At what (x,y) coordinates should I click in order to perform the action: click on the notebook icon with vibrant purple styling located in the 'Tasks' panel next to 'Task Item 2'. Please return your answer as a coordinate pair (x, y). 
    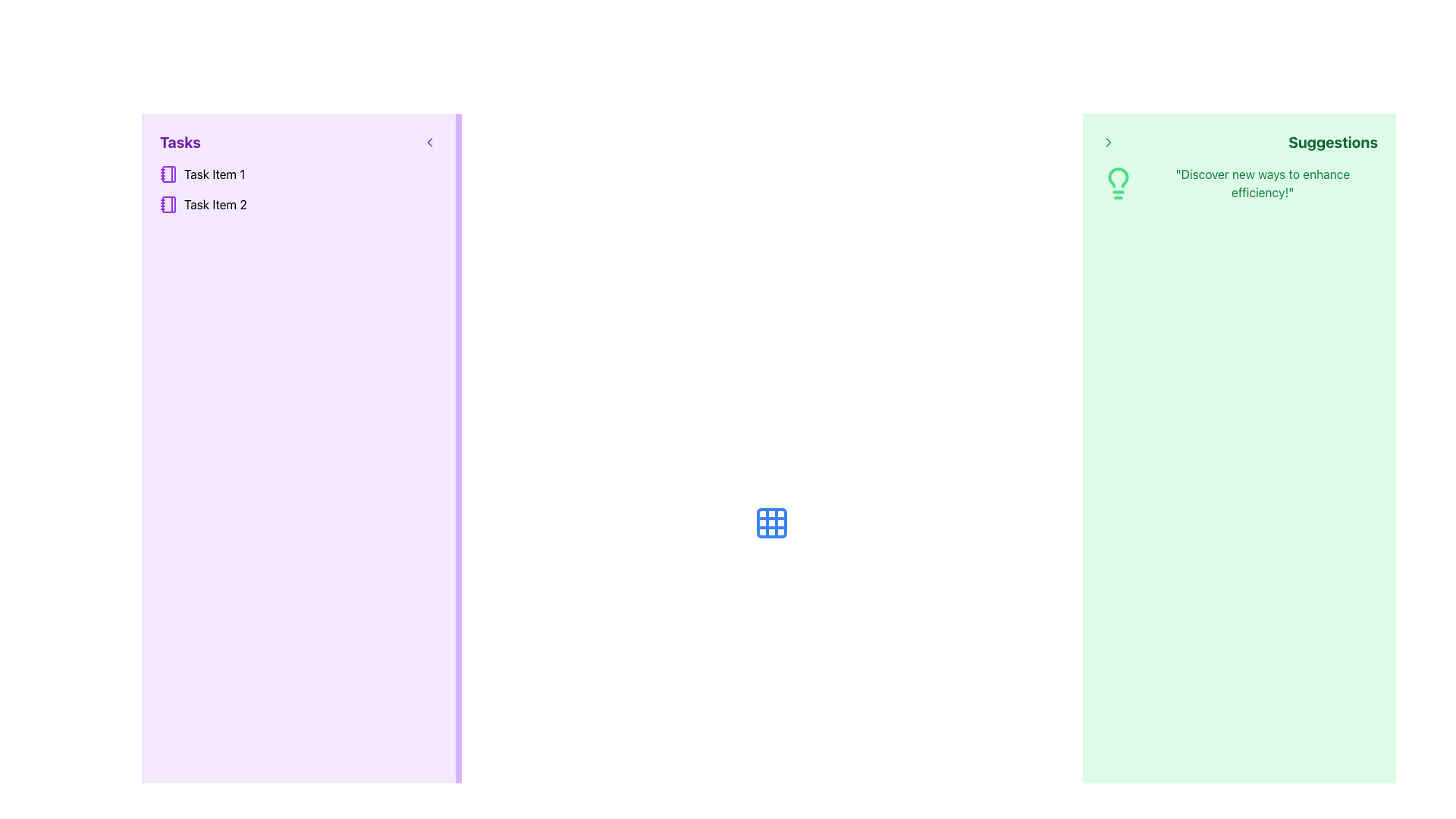
    Looking at the image, I should click on (168, 205).